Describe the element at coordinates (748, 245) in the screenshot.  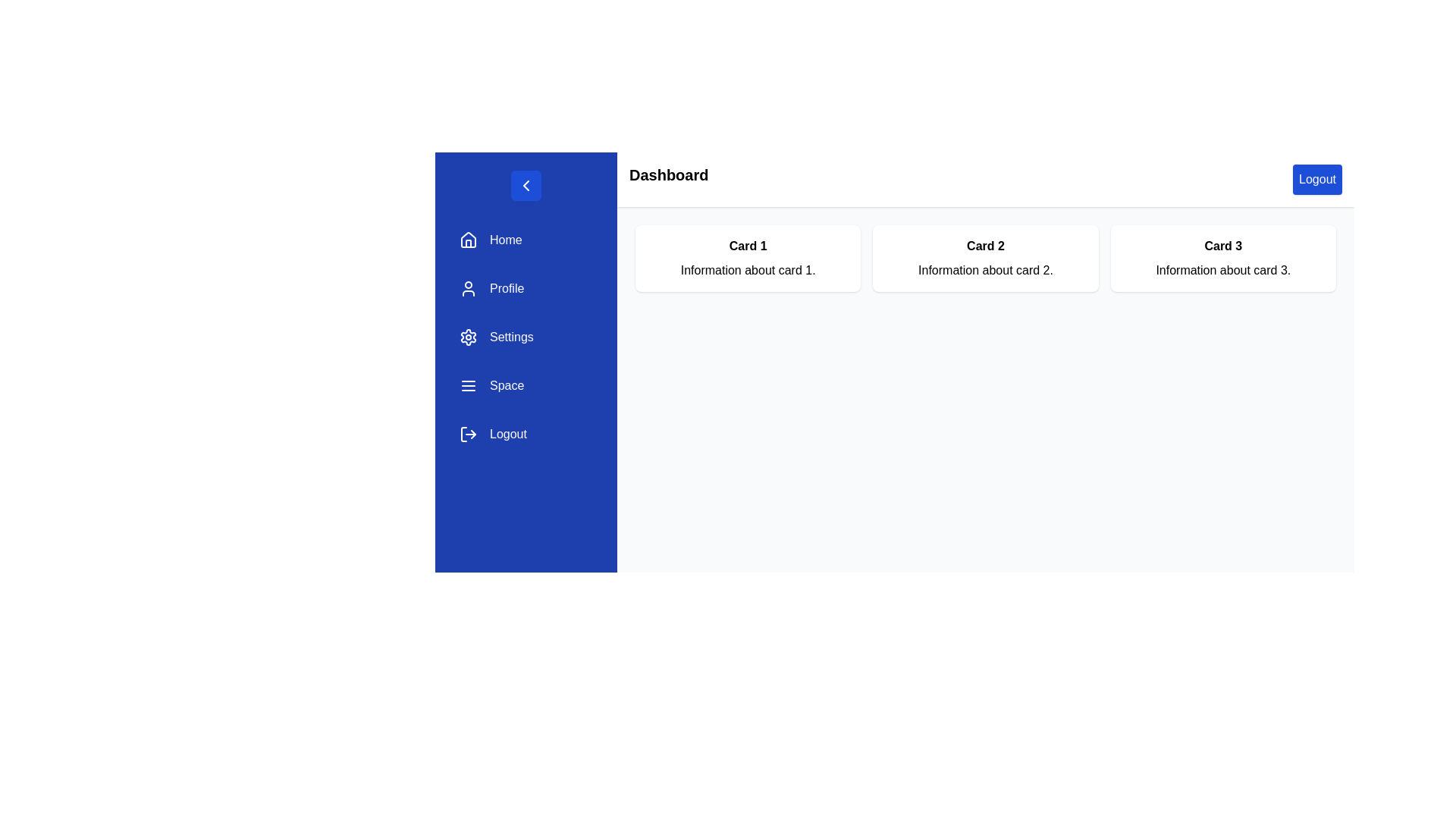
I see `the text label positioned at the top-center of the first card` at that location.